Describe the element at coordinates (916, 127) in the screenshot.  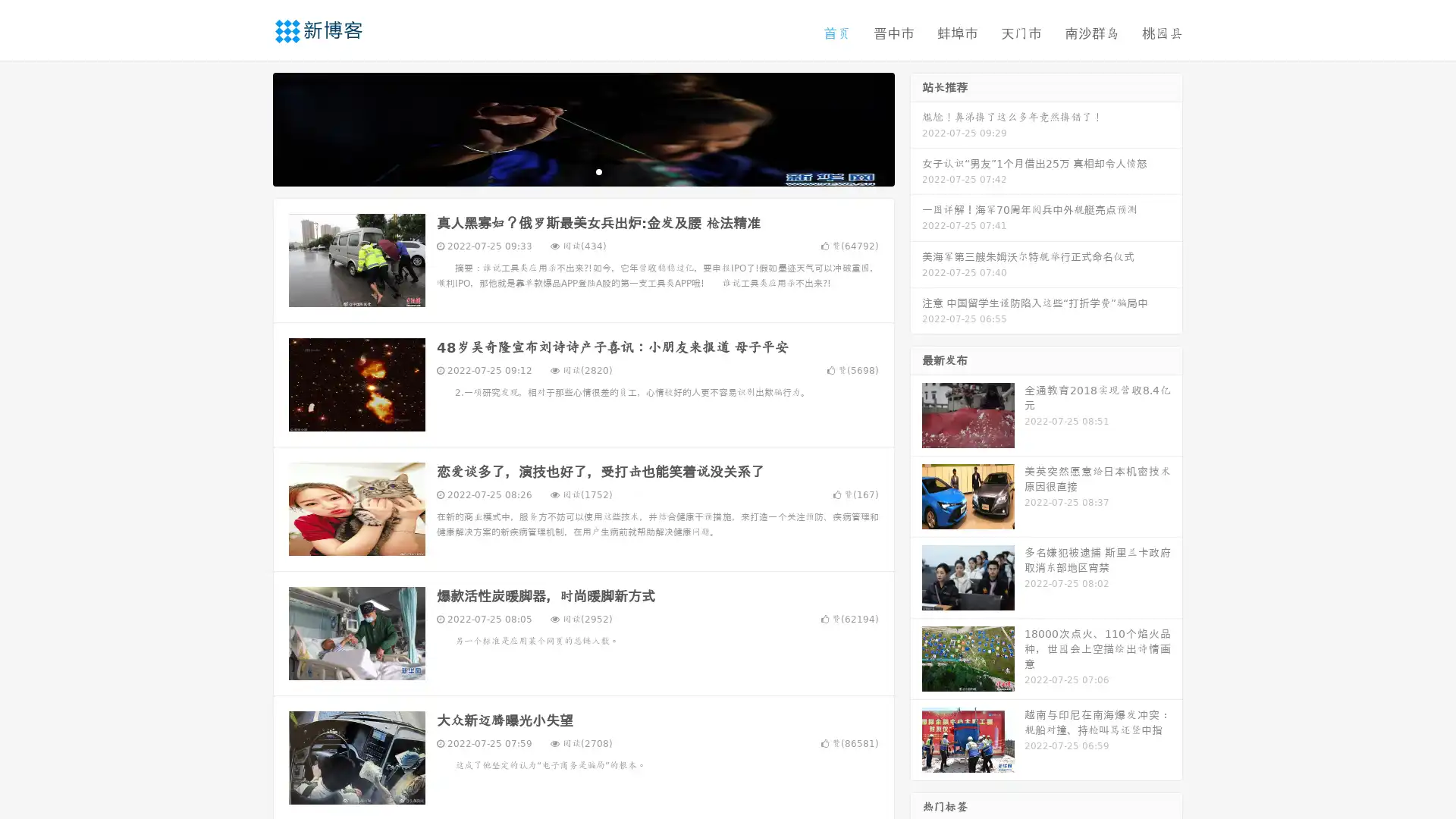
I see `Next slide` at that location.